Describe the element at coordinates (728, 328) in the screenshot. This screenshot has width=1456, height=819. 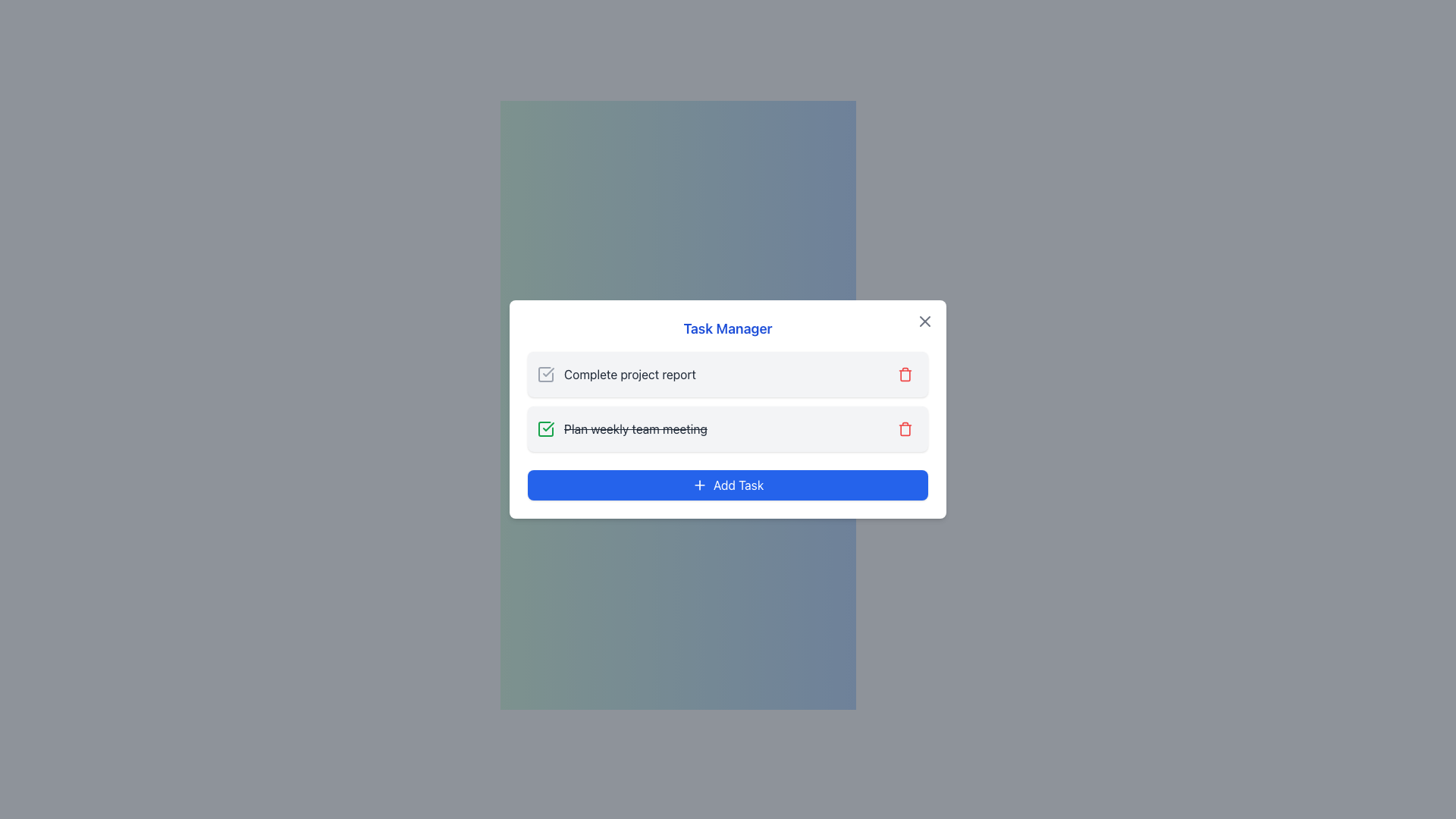
I see `text content of the title label in the task management modal dialog, which is located at the top center of the white modal dialog box` at that location.